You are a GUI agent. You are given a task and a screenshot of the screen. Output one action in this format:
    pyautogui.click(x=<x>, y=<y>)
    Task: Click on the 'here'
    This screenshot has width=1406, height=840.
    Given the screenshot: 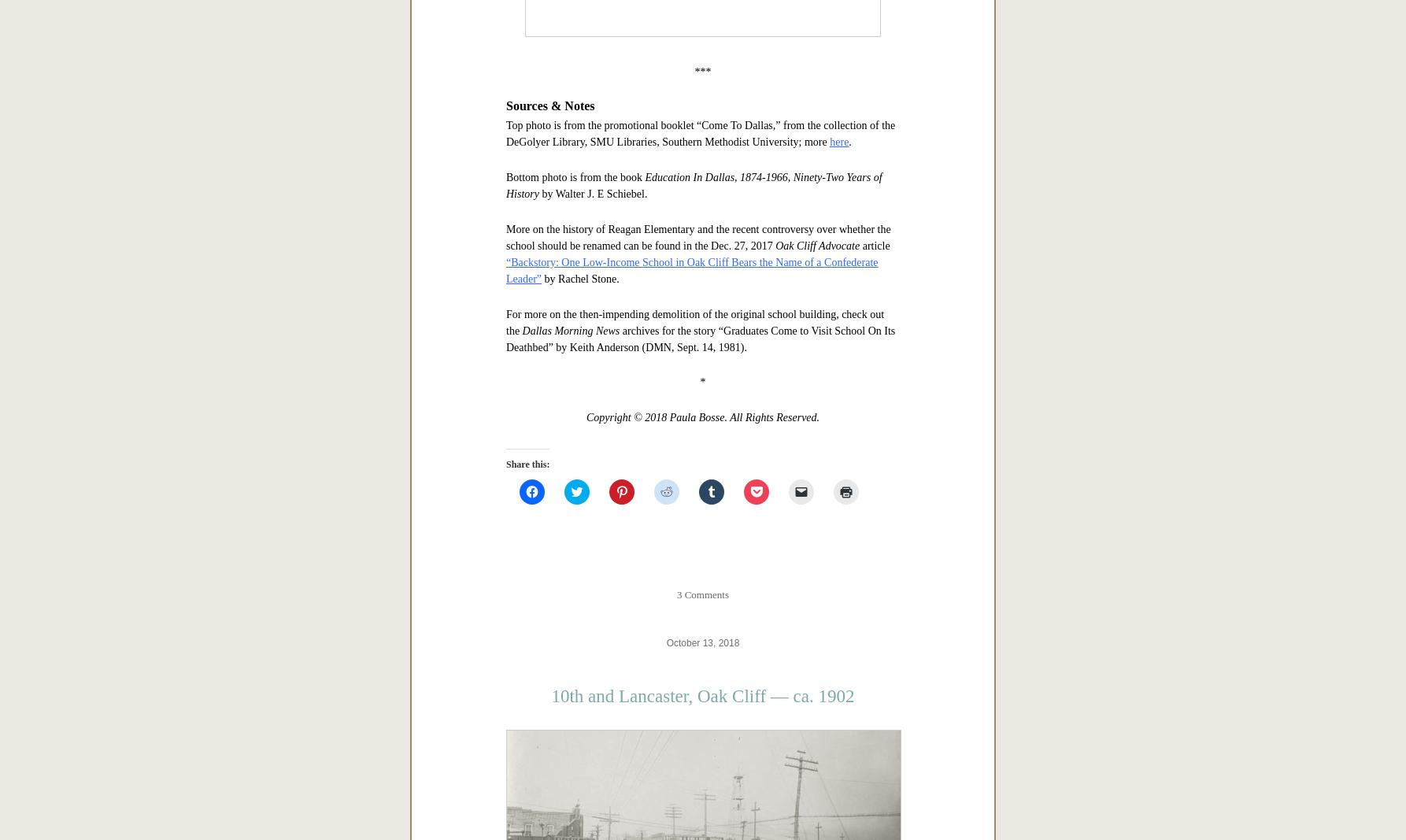 What is the action you would take?
    pyautogui.click(x=838, y=635)
    